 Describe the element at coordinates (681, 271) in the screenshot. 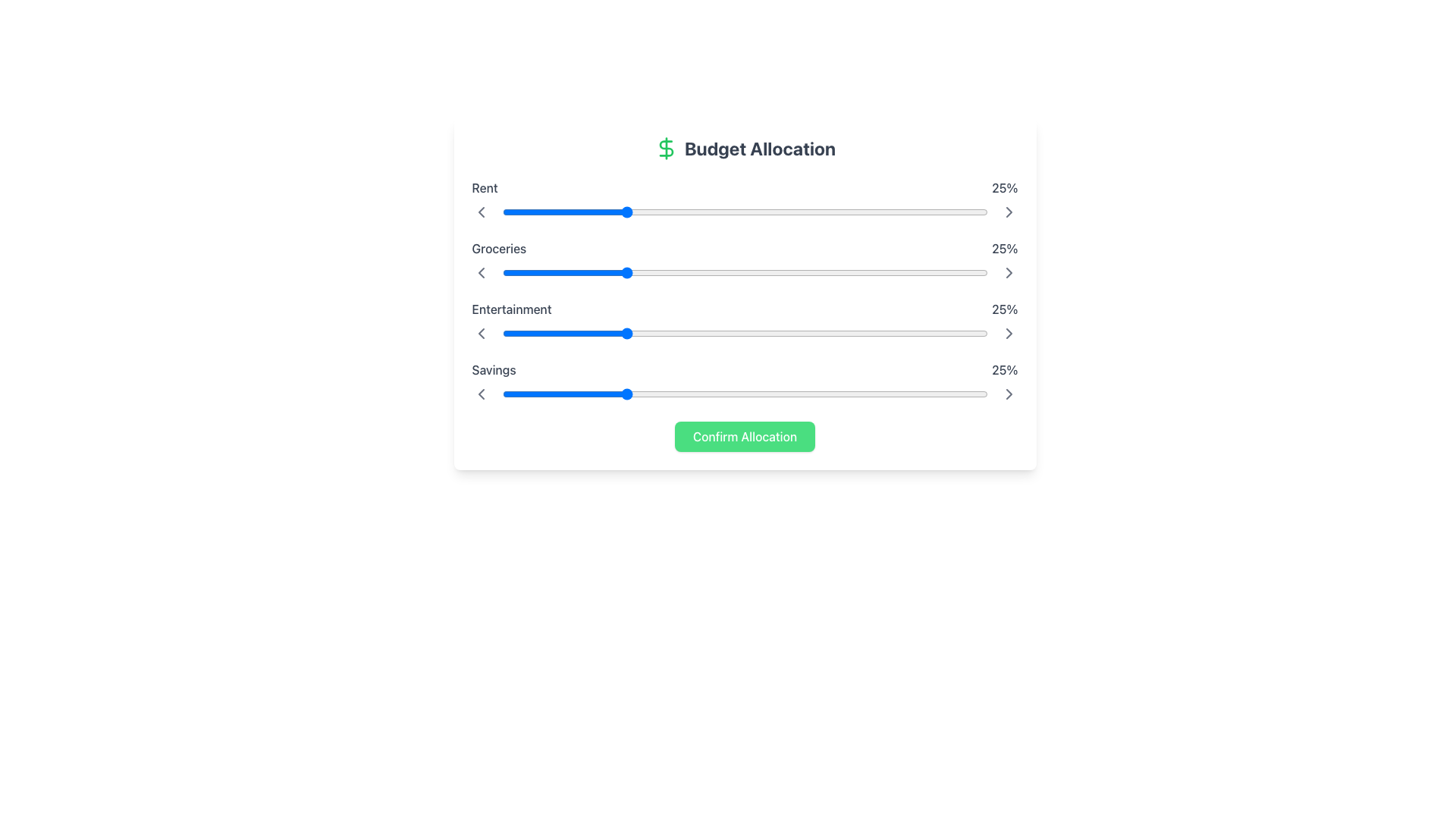

I see `the groceries allocation percentage` at that location.